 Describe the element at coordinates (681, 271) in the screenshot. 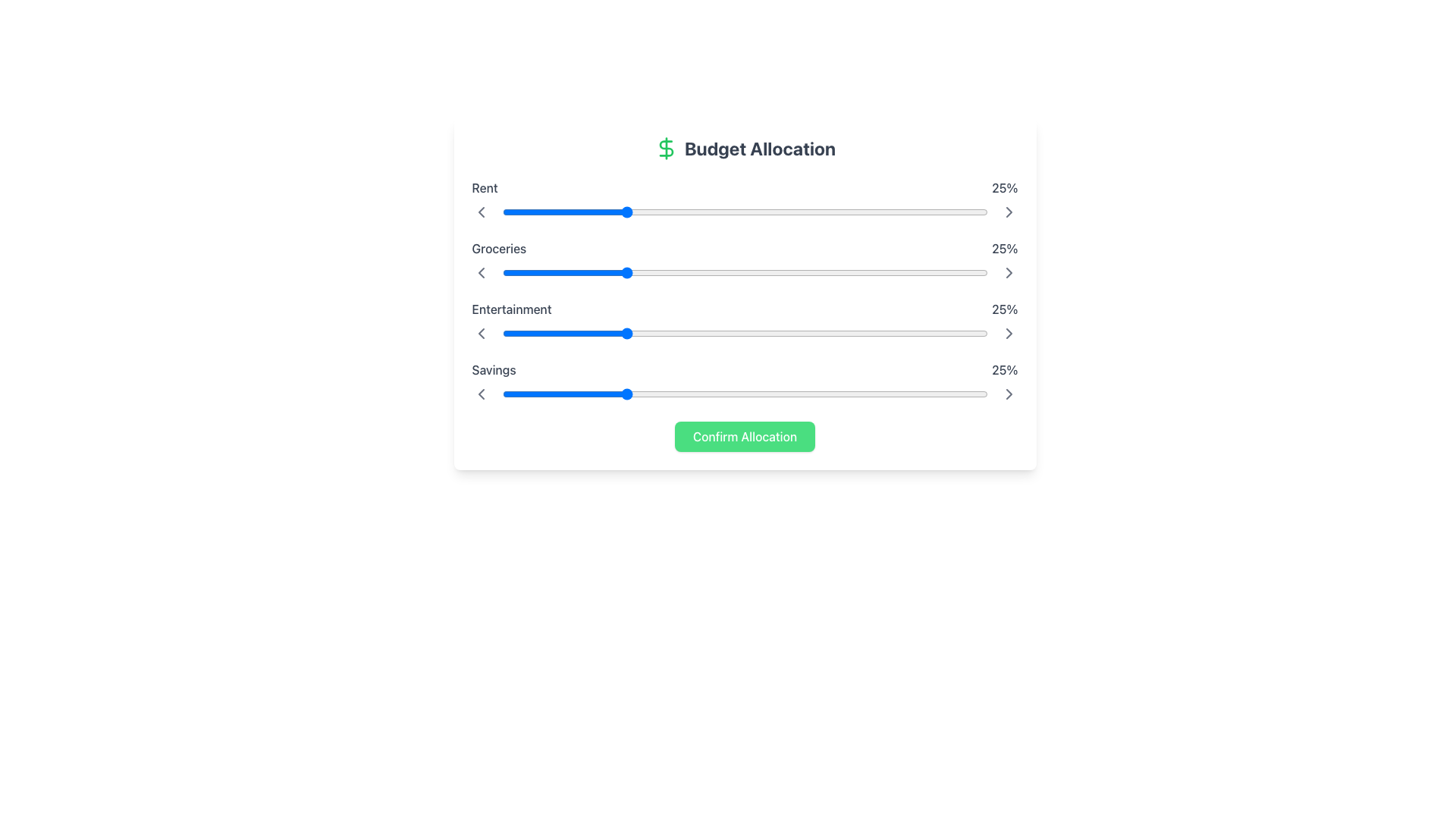

I see `the groceries allocation percentage` at that location.